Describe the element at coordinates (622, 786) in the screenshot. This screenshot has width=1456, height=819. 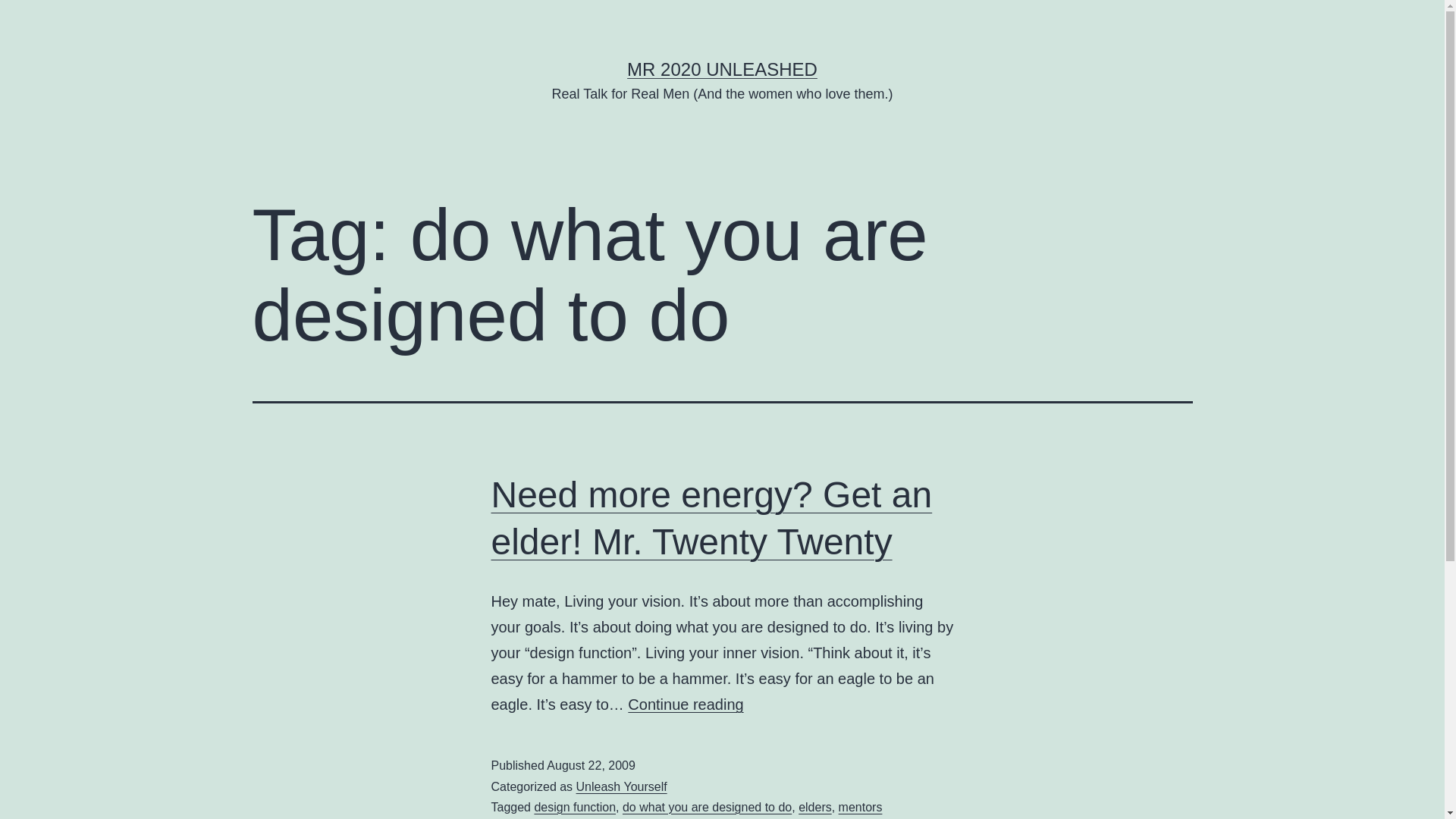
I see `'Unleash Yourself'` at that location.